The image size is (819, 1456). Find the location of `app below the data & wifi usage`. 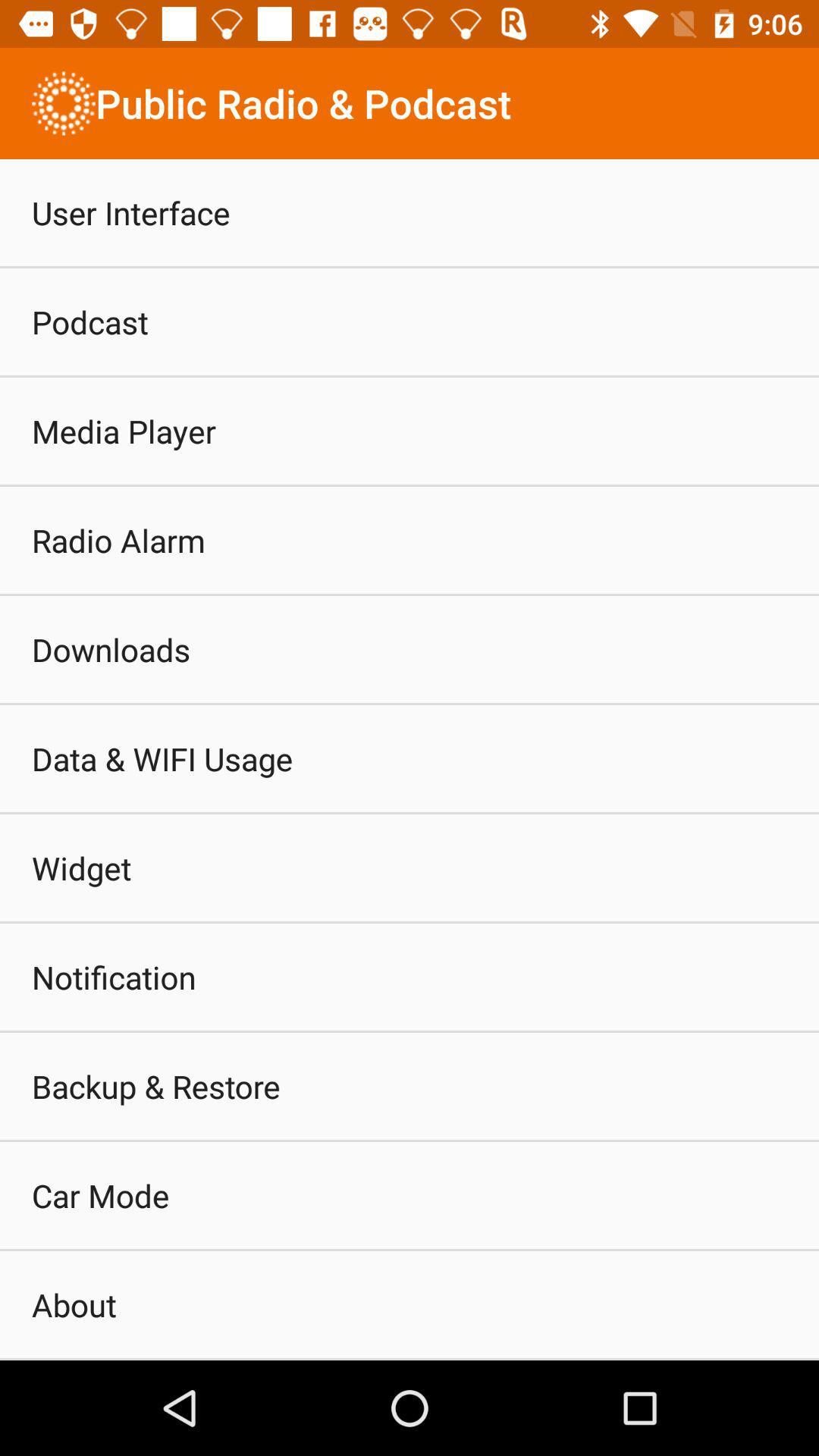

app below the data & wifi usage is located at coordinates (81, 868).